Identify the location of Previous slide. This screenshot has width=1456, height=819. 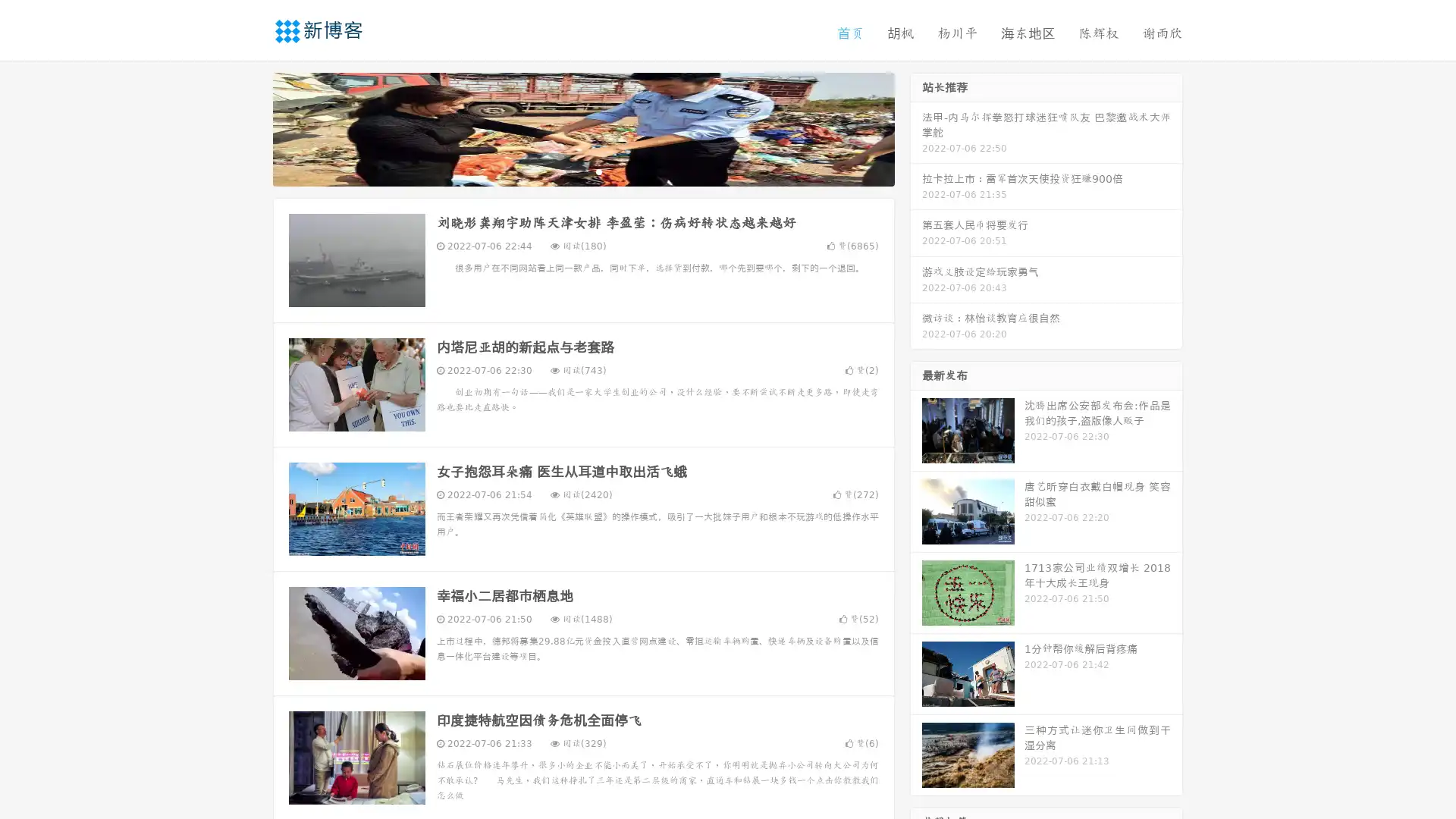
(250, 127).